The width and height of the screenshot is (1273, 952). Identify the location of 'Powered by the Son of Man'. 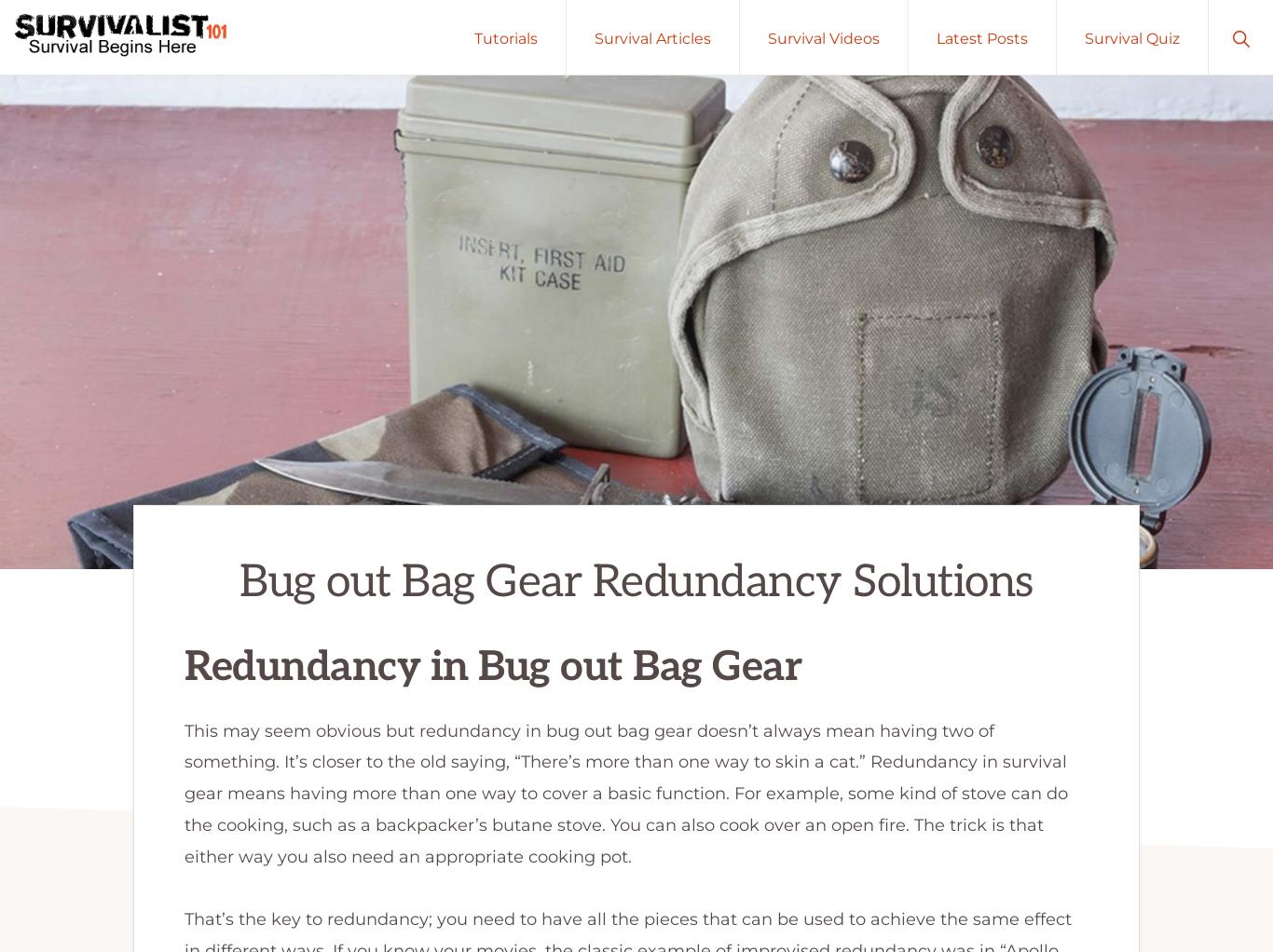
(364, 848).